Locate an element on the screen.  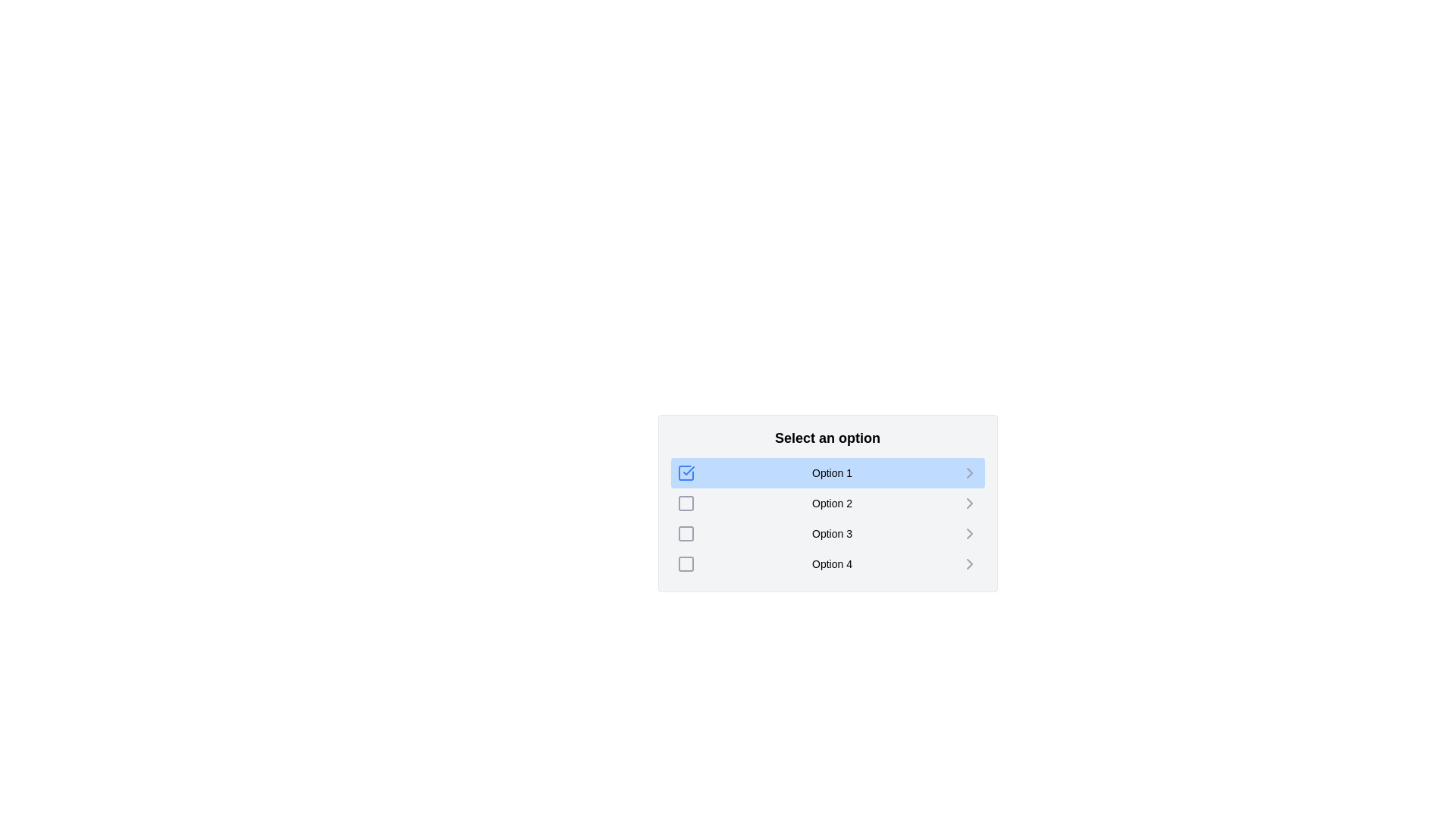
the rightward pointing arrow icon adjacent to 'Option 2' is located at coordinates (968, 564).